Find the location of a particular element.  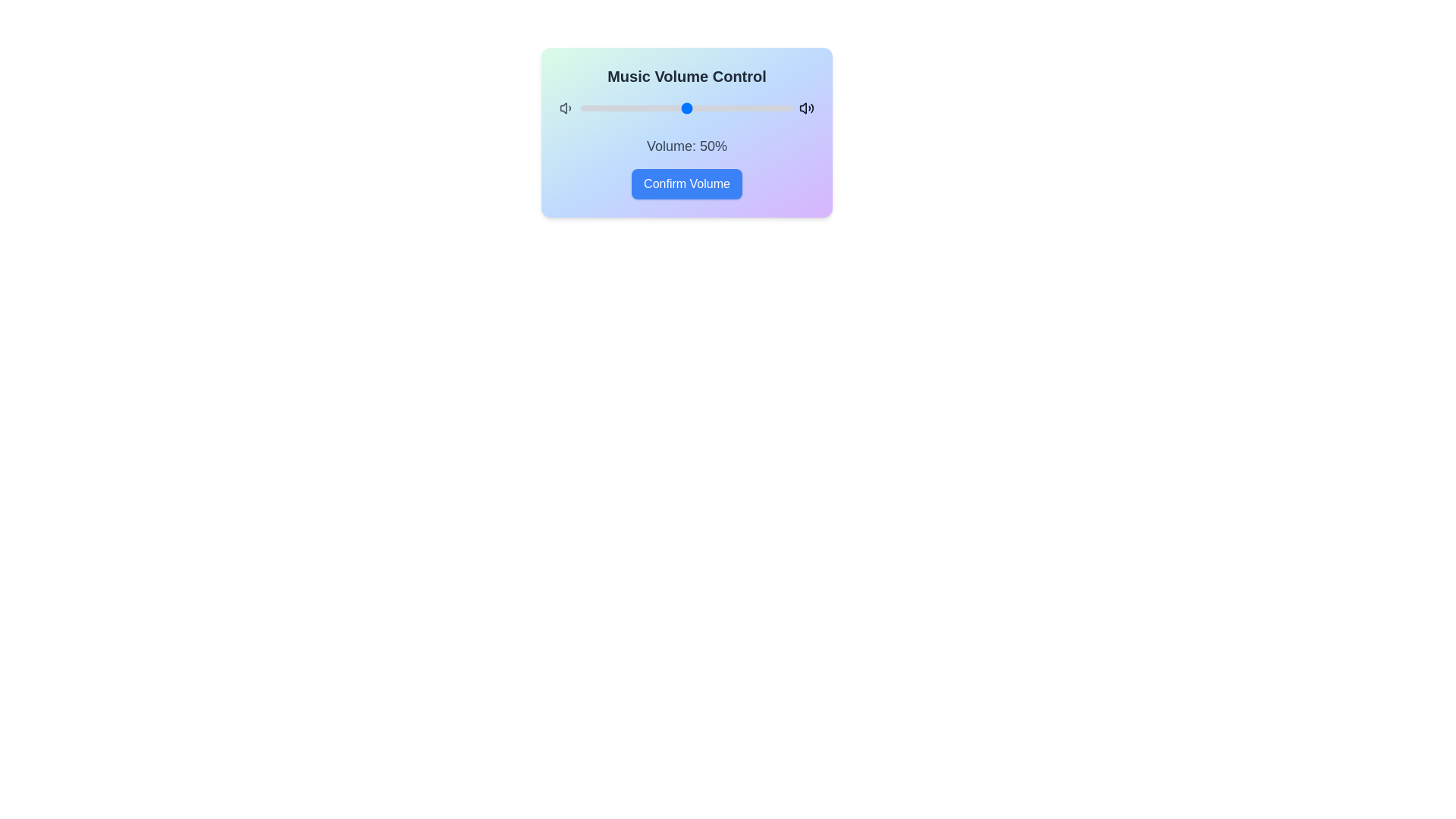

the volume slider to set the volume to 82% is located at coordinates (755, 107).